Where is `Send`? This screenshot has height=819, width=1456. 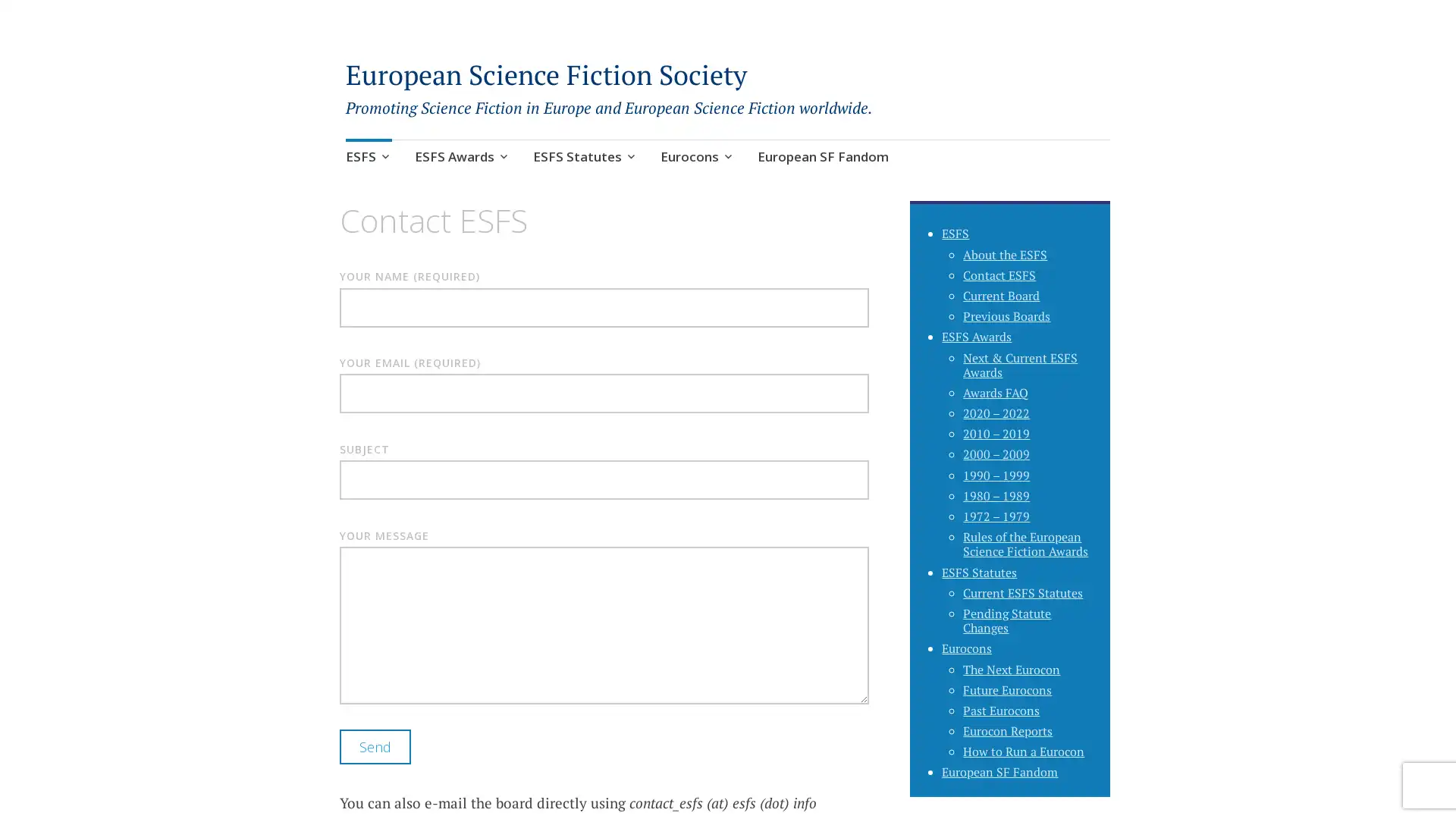
Send is located at coordinates (375, 758).